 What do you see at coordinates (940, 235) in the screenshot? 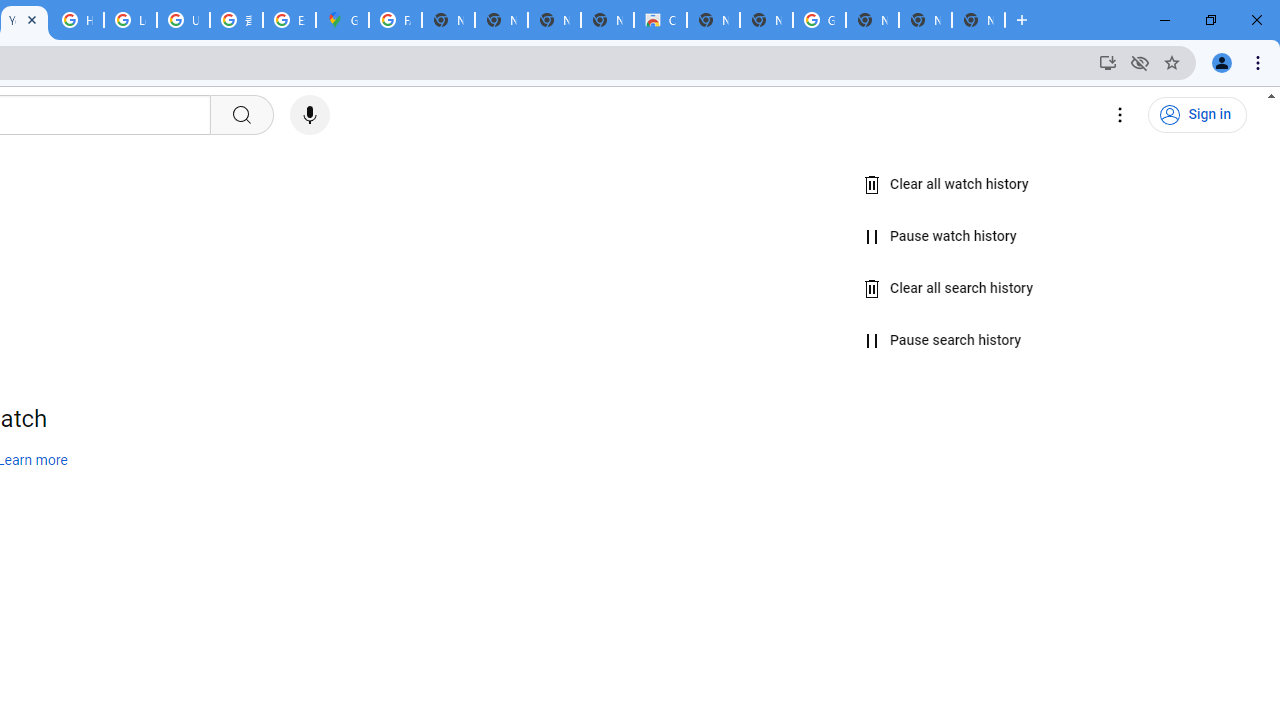
I see `'Pause watch history'` at bounding box center [940, 235].